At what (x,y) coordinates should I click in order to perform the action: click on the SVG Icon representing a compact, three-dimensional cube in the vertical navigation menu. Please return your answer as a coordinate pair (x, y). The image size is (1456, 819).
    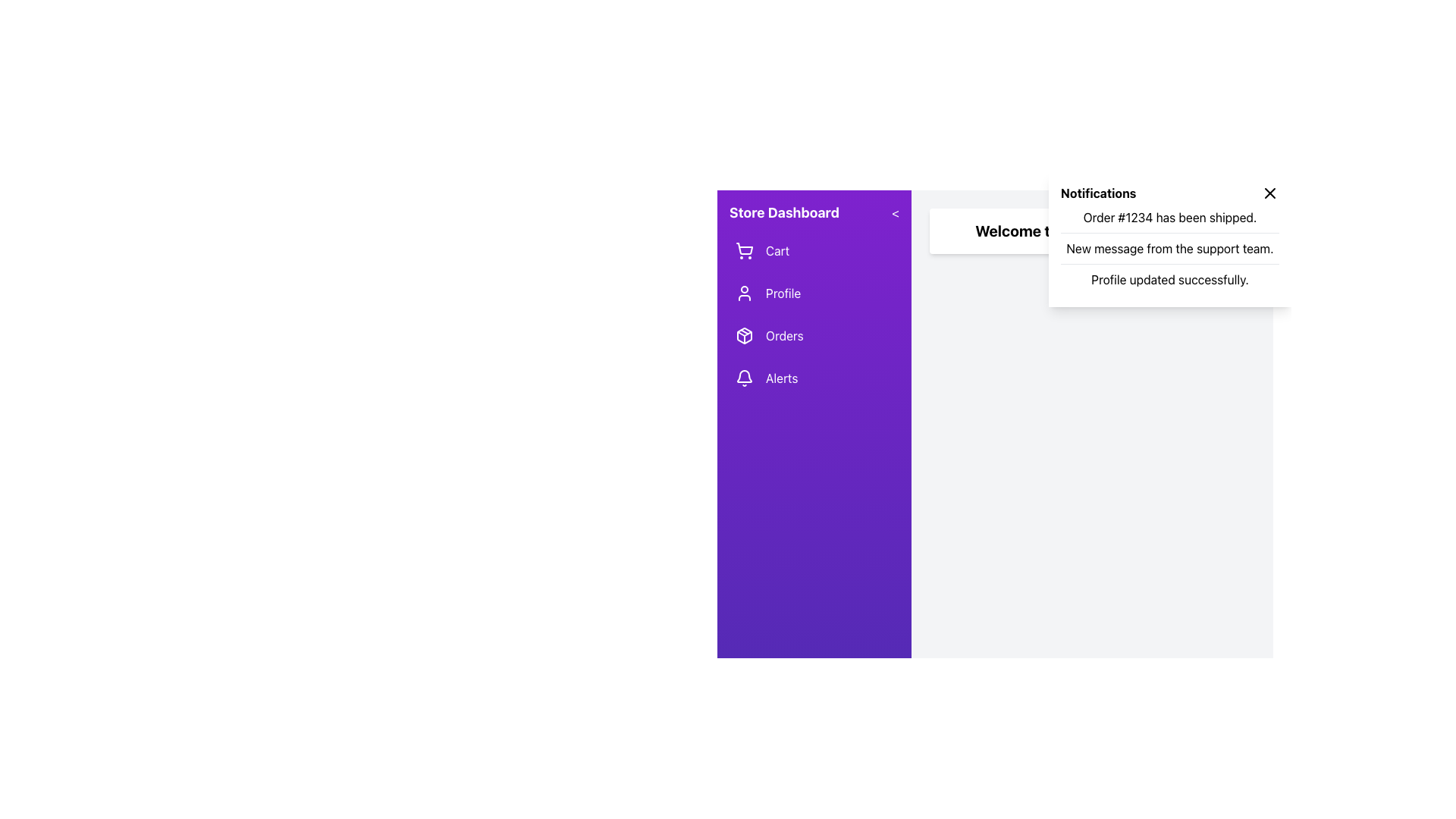
    Looking at the image, I should click on (745, 335).